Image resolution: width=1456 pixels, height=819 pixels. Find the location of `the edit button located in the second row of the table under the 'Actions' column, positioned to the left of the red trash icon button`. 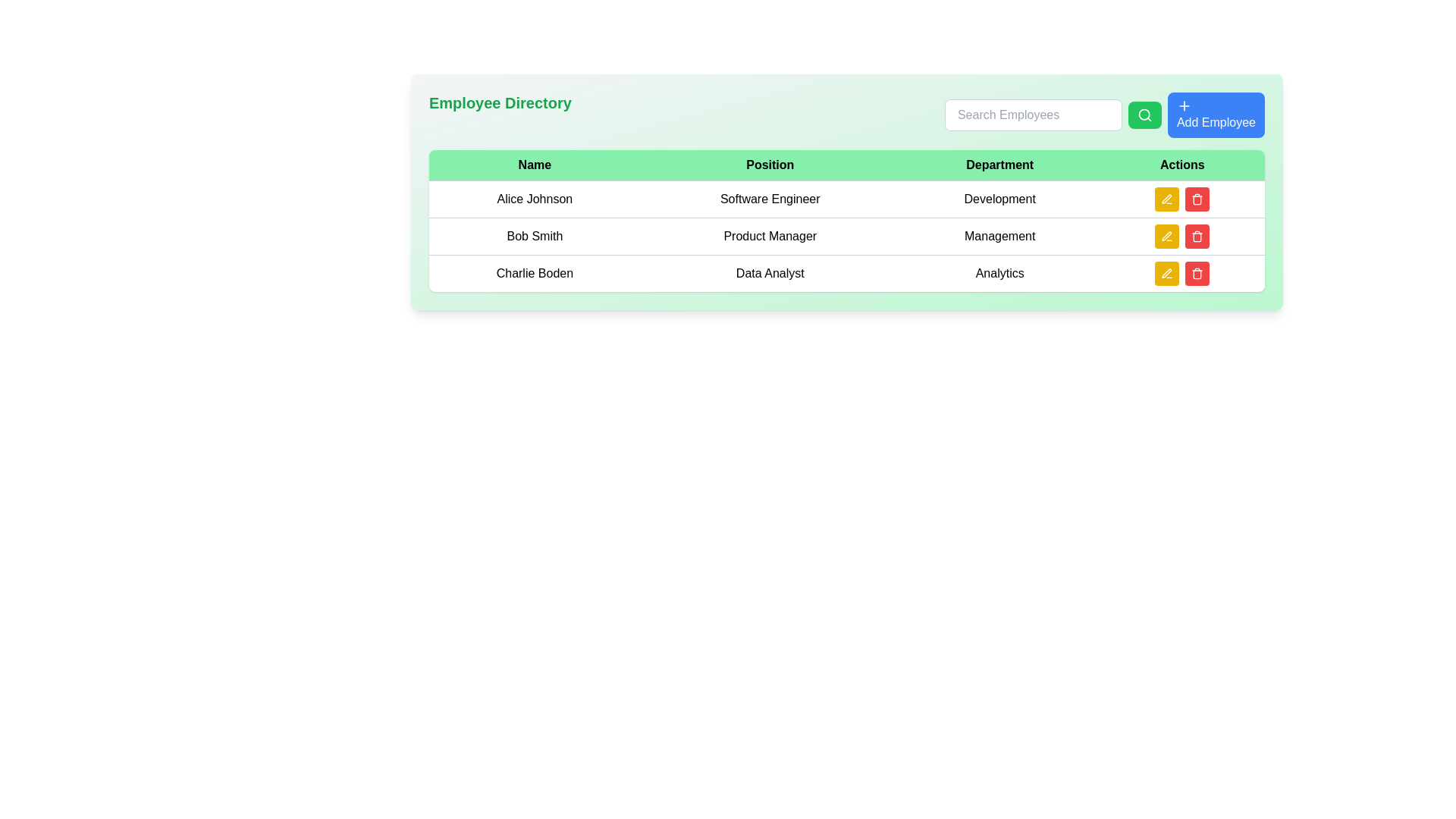

the edit button located in the second row of the table under the 'Actions' column, positioned to the left of the red trash icon button is located at coordinates (1166, 237).